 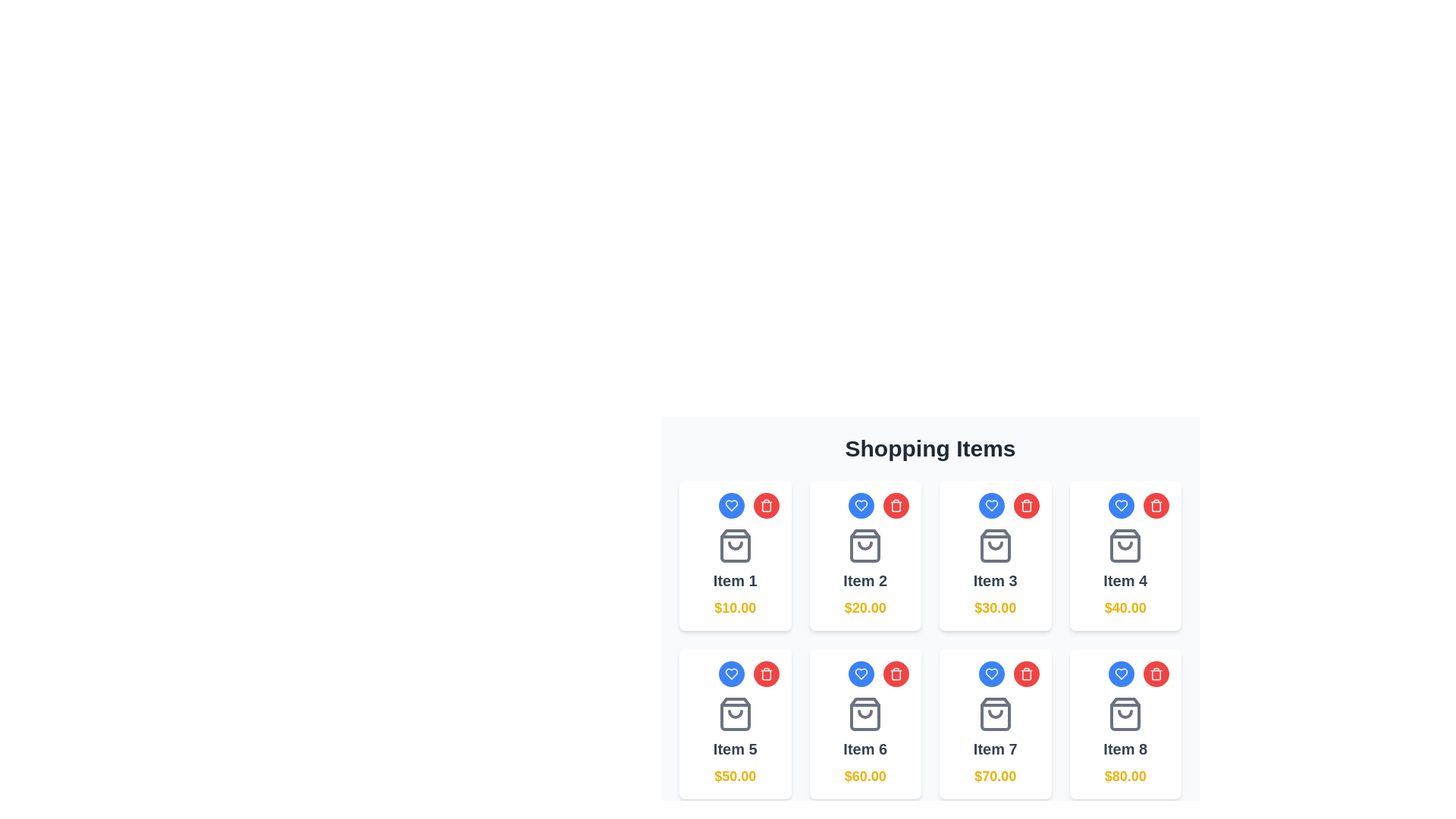 What do you see at coordinates (865, 546) in the screenshot?
I see `the shopping bag icon, which is gray and located in the second column of the first row above 'Item 2' and '$20.00'` at bounding box center [865, 546].